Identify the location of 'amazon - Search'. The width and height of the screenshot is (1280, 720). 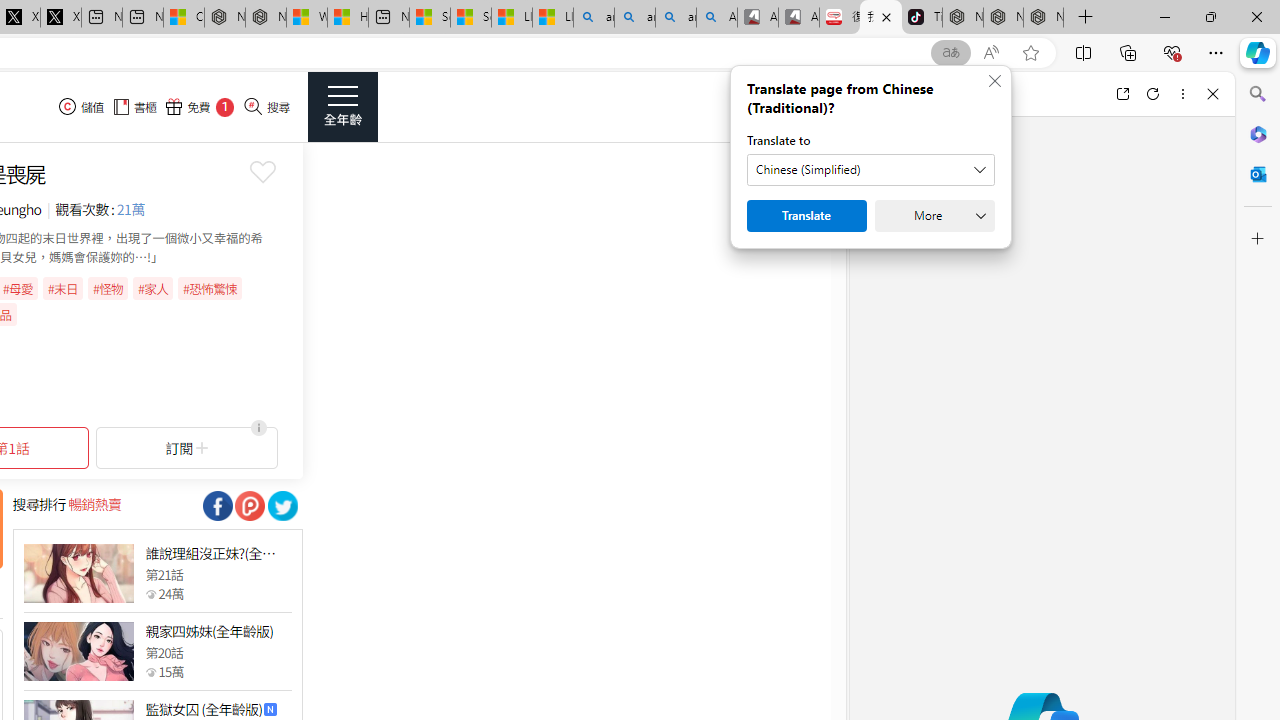
(633, 17).